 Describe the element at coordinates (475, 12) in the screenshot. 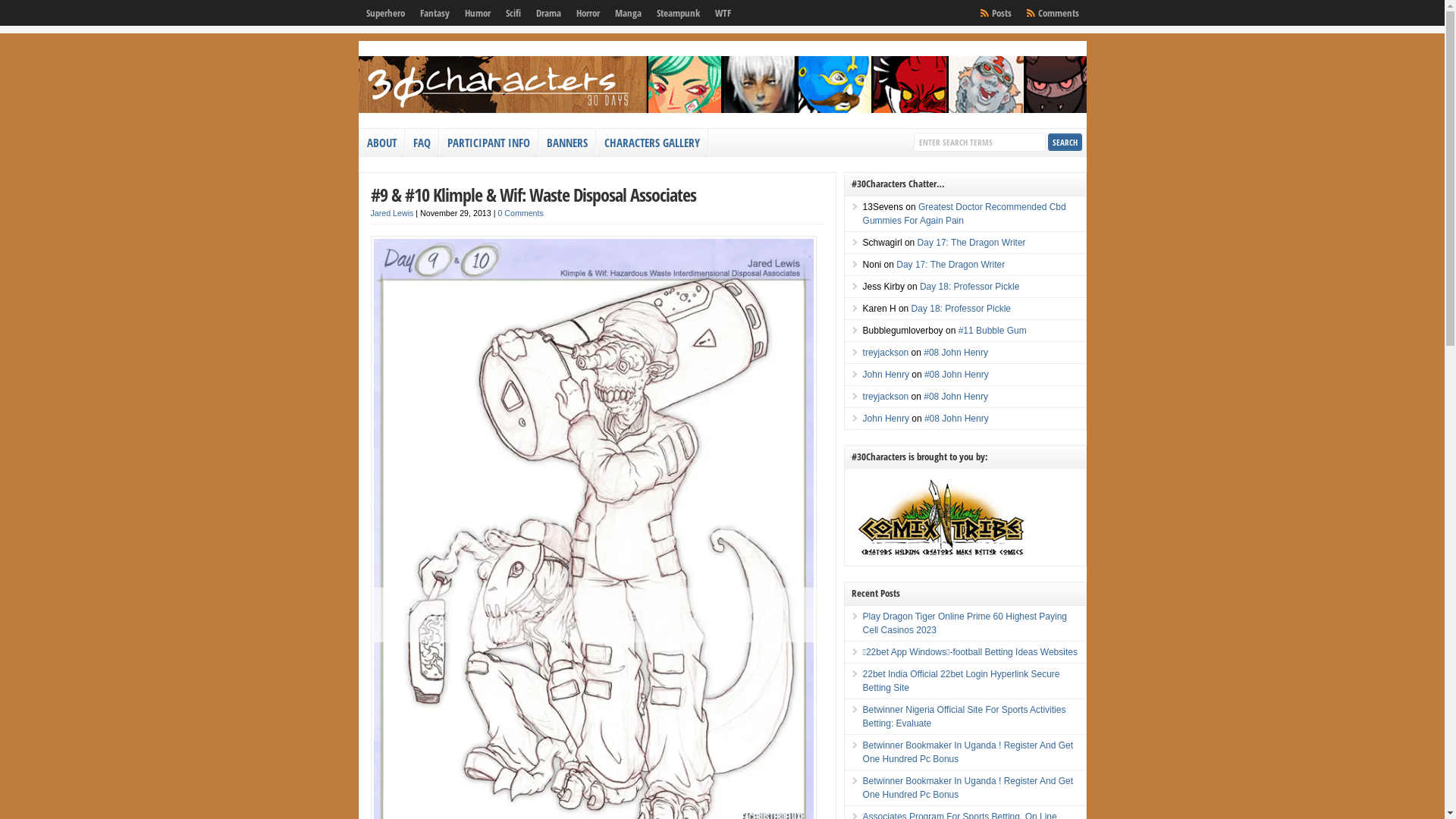

I see `'Humor'` at that location.